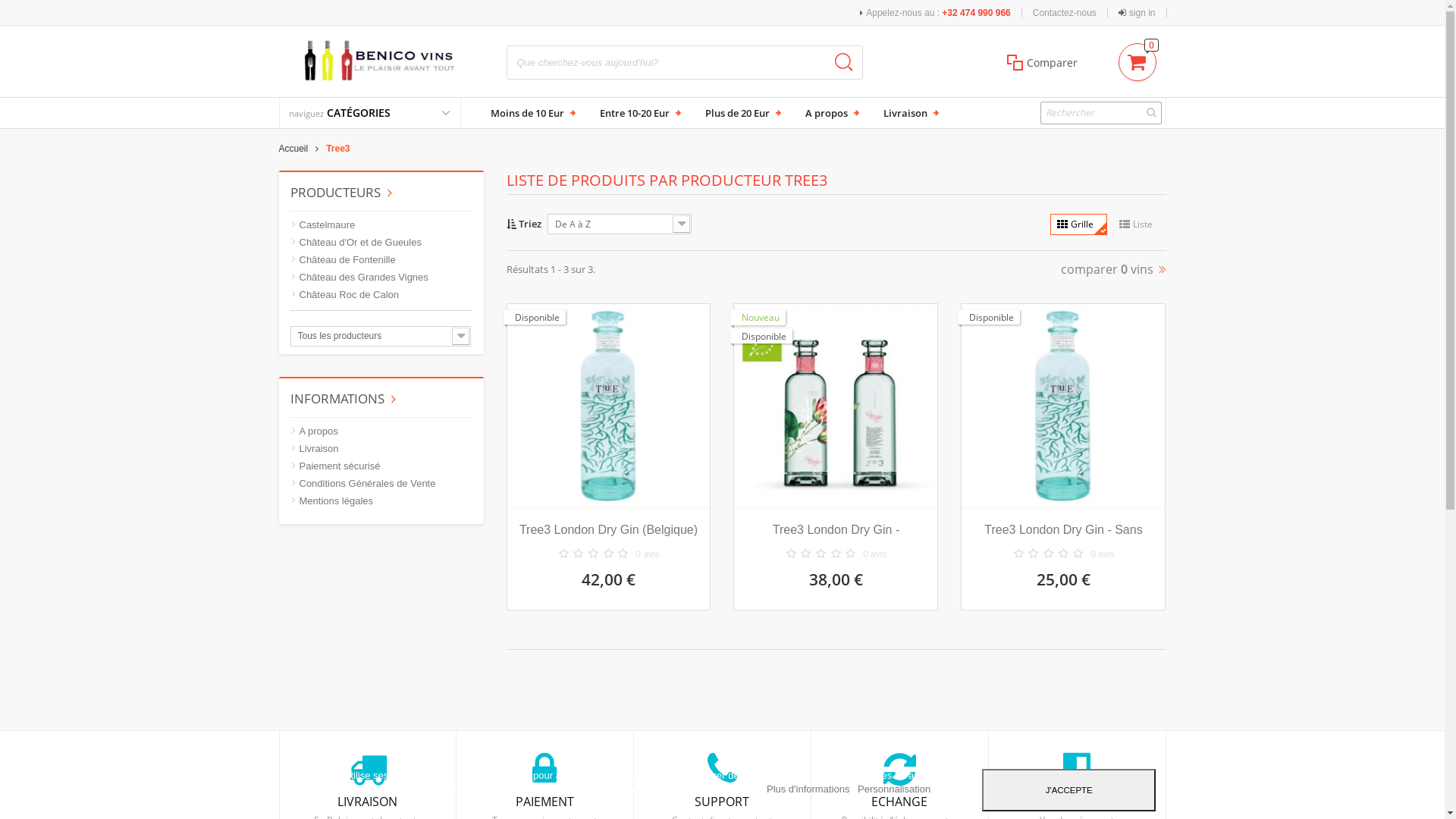  What do you see at coordinates (1137, 58) in the screenshot?
I see `'0'` at bounding box center [1137, 58].